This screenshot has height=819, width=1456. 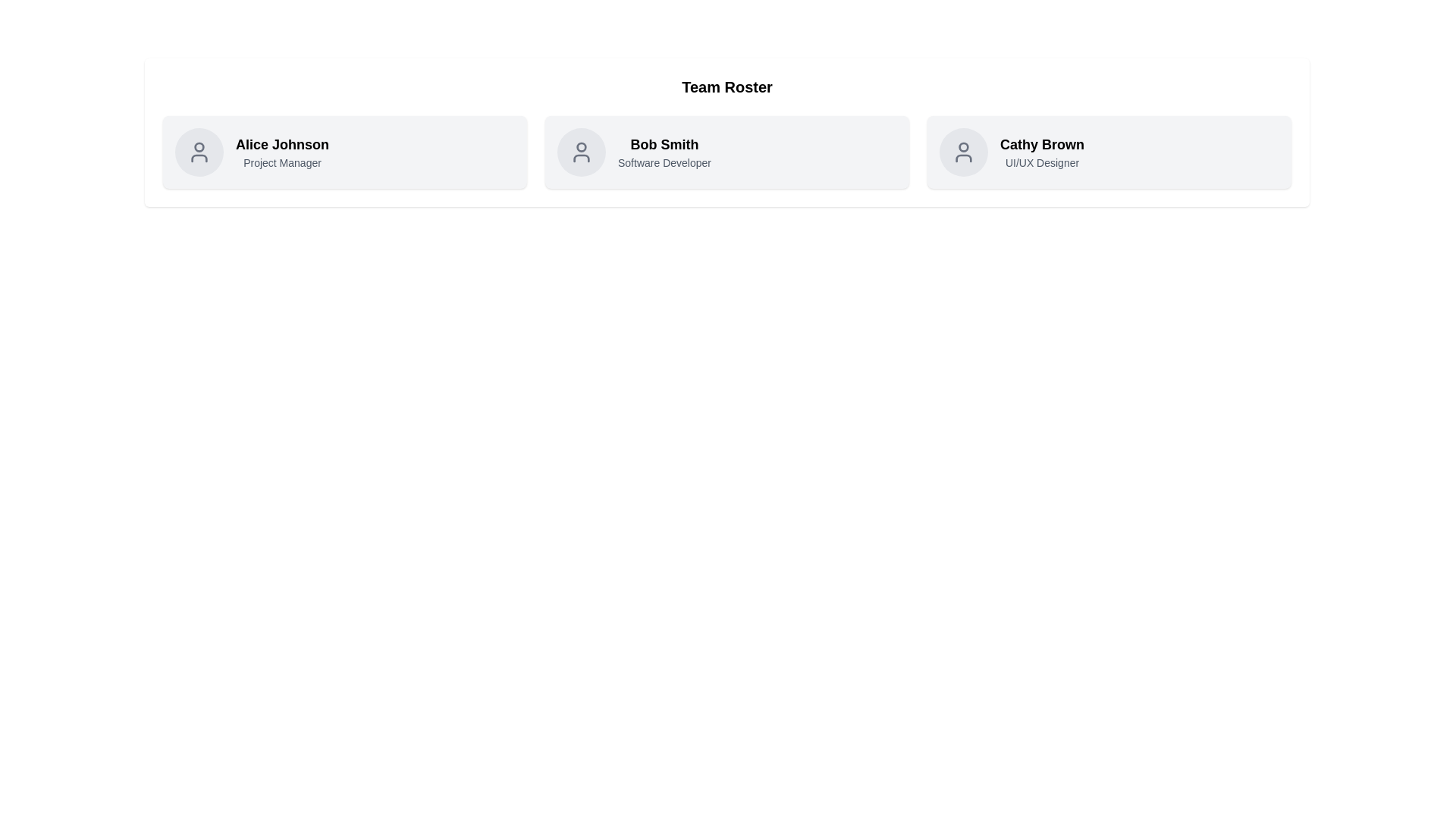 What do you see at coordinates (963, 152) in the screenshot?
I see `the user icon with a gray outline and light gray circular background located in the profile card for 'Cathy Brown', which is positioned third among other cards` at bounding box center [963, 152].